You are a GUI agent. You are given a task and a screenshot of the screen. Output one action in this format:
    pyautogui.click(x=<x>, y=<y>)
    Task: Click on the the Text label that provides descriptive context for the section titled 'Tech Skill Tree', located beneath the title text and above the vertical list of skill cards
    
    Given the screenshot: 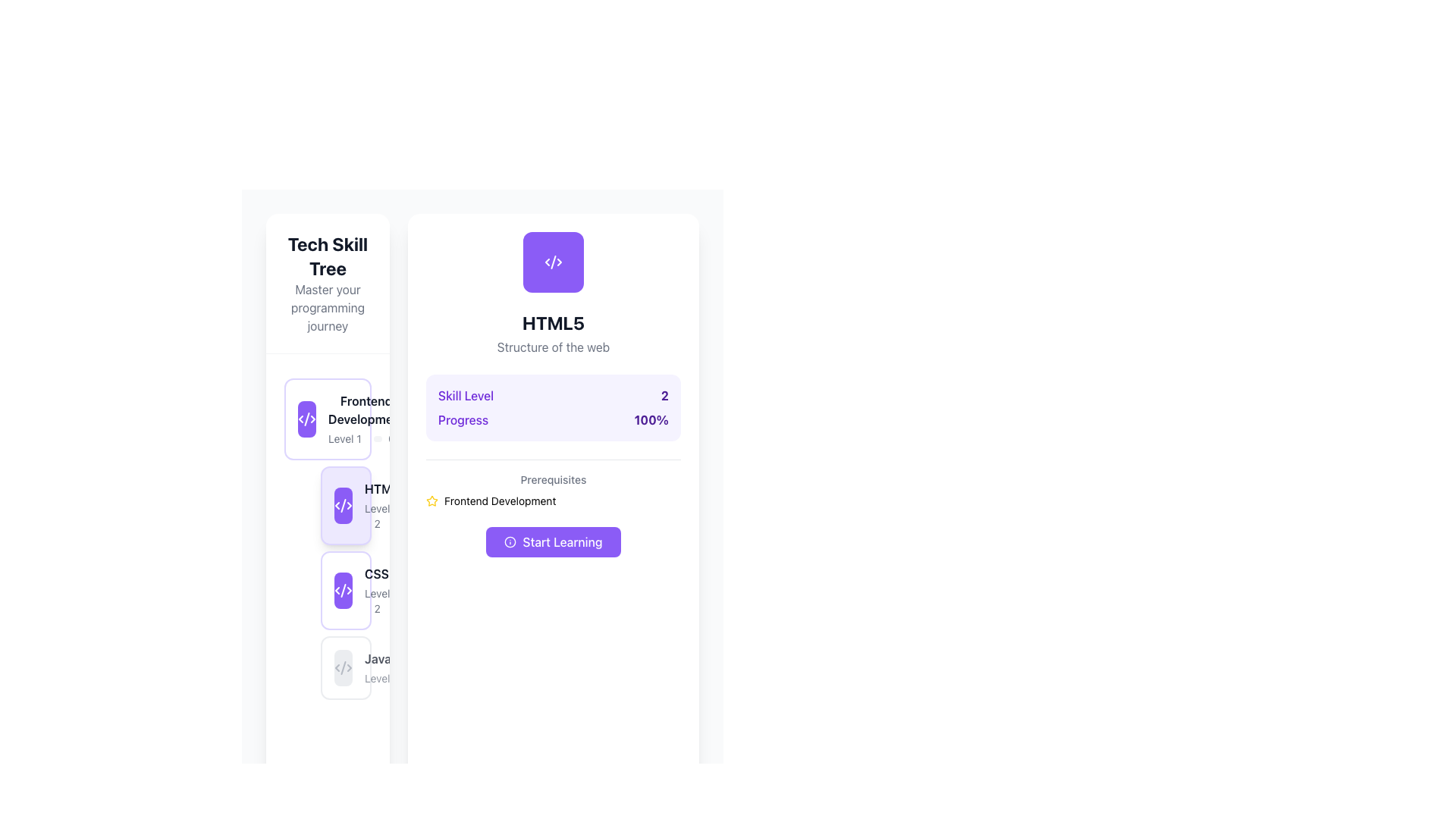 What is the action you would take?
    pyautogui.click(x=327, y=307)
    